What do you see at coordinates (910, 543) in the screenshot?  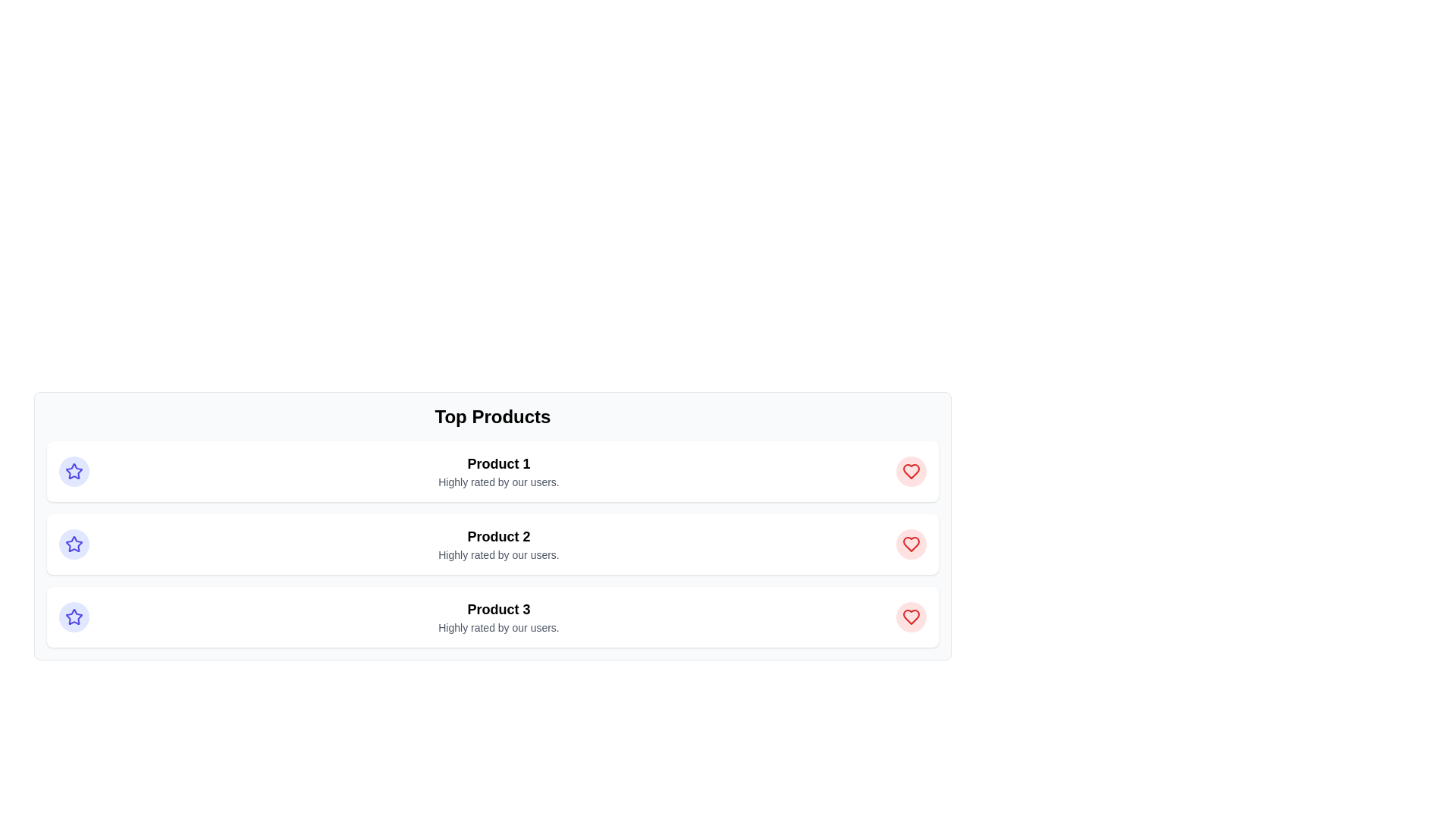 I see `the red heart-shaped icon outlined in red to favorite 'Product 2'` at bounding box center [910, 543].